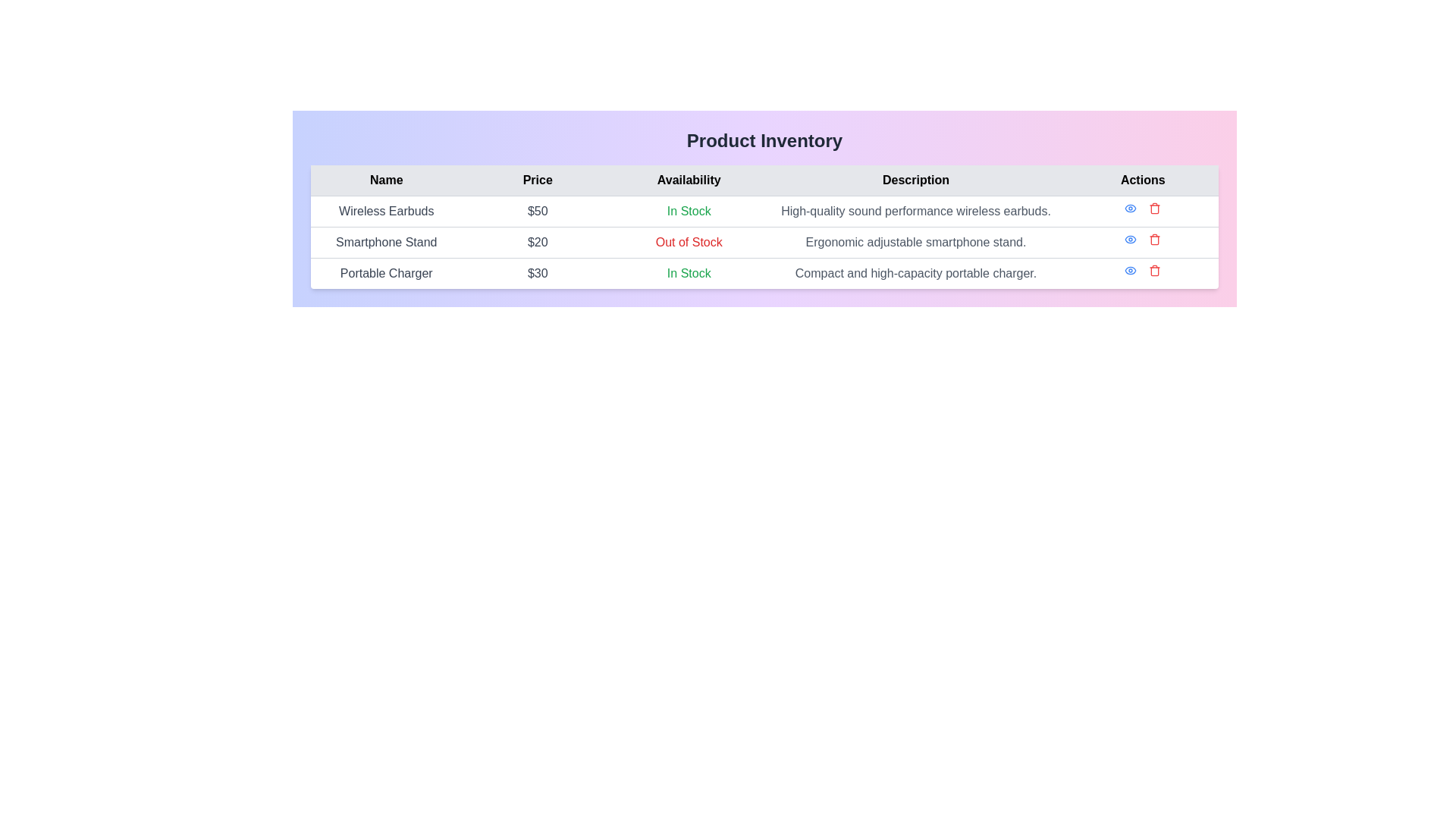  What do you see at coordinates (764, 273) in the screenshot?
I see `the third row of the structured data table that provides details about the 'Portable Charger' product` at bounding box center [764, 273].